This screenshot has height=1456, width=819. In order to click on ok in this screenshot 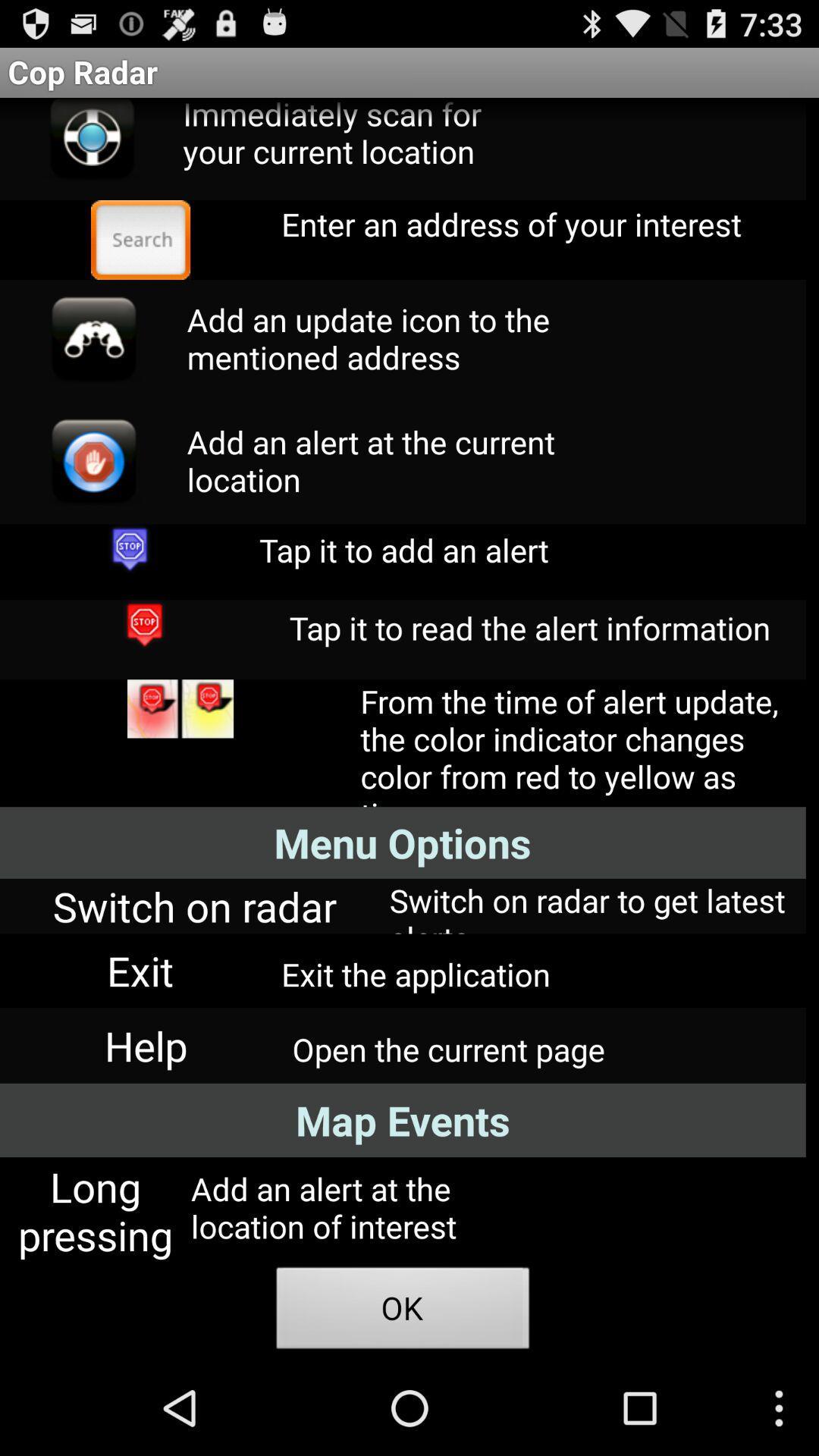, I will do `click(402, 1312)`.